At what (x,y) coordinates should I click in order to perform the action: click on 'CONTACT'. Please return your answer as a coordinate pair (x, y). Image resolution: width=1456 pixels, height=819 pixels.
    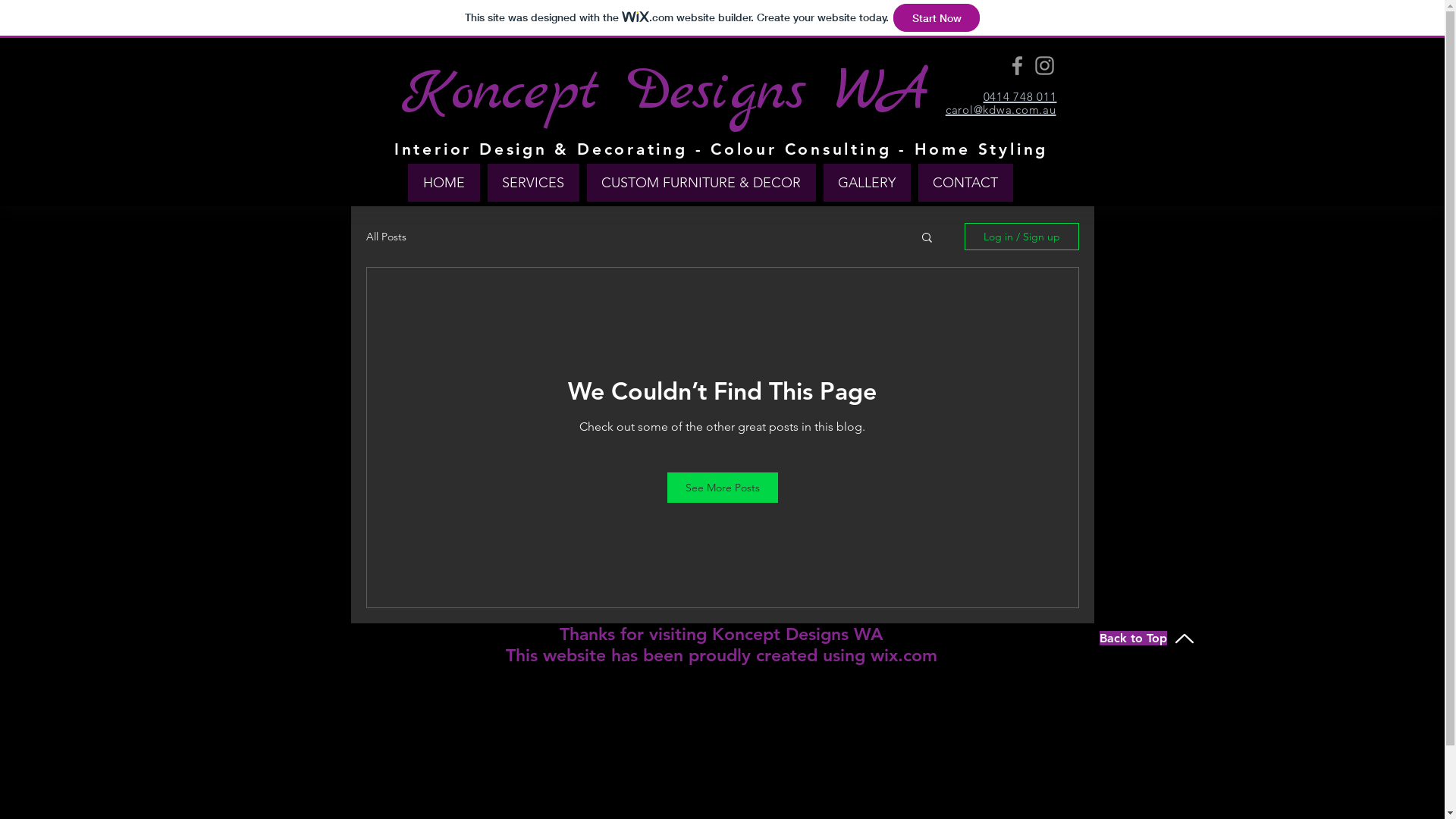
    Looking at the image, I should click on (964, 181).